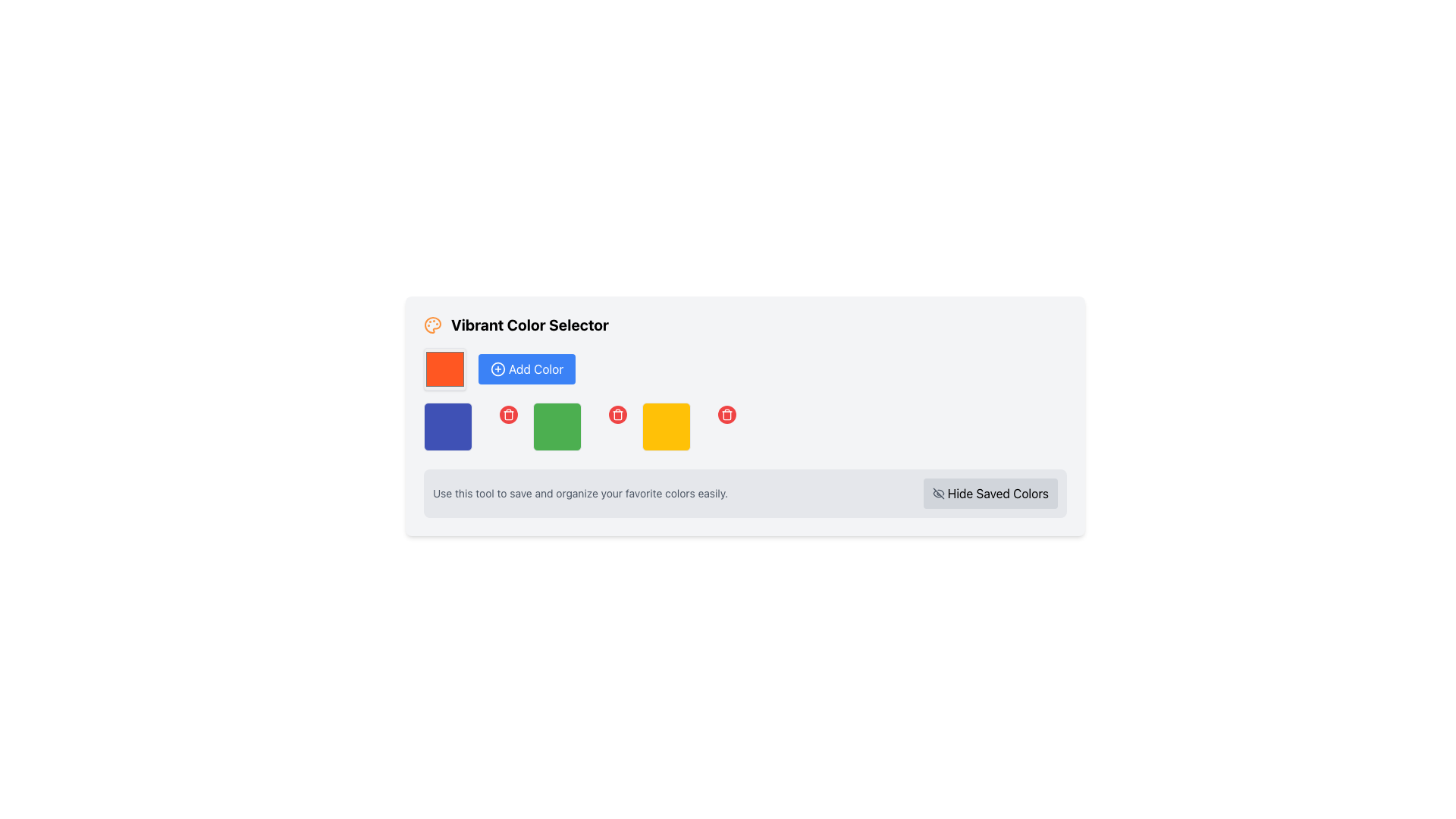 The image size is (1456, 819). What do you see at coordinates (527, 369) in the screenshot?
I see `the 'Add Color' button with a blue background and white text` at bounding box center [527, 369].